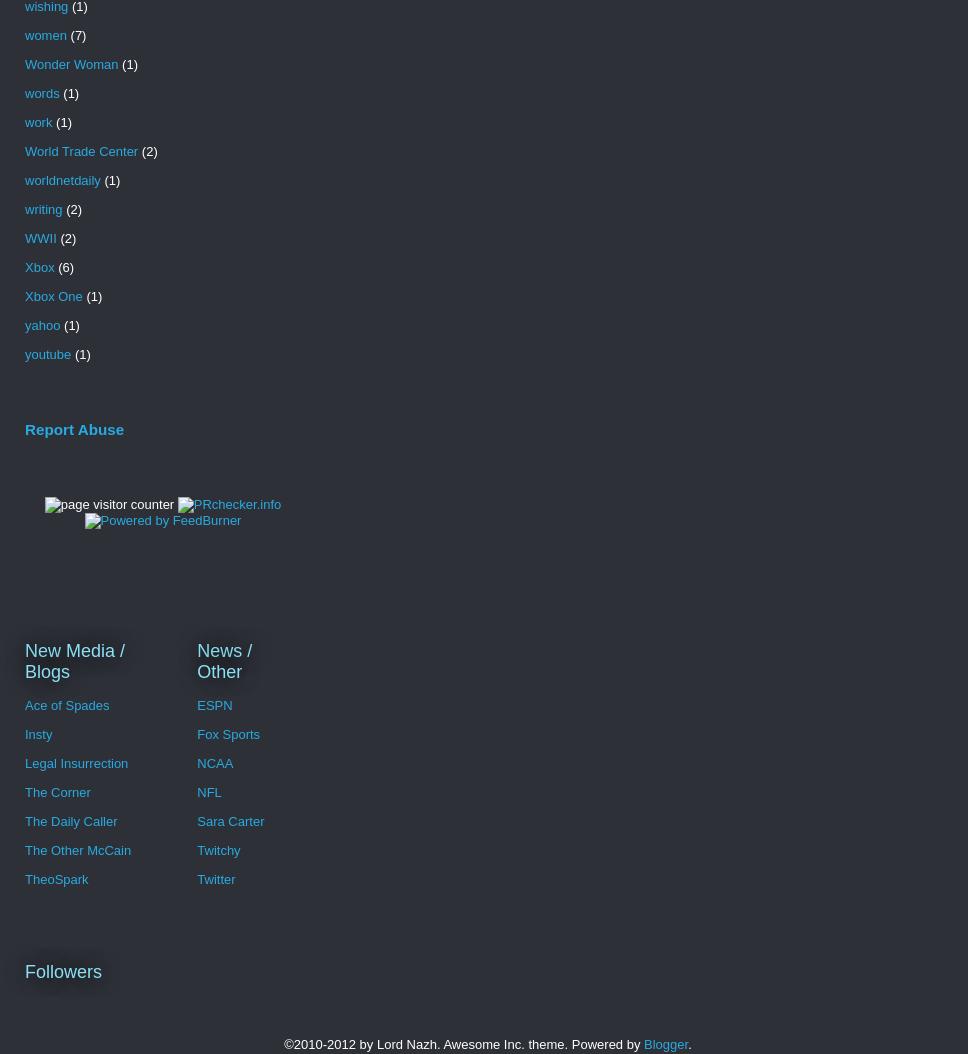  Describe the element at coordinates (227, 733) in the screenshot. I see `'Fox Sports'` at that location.